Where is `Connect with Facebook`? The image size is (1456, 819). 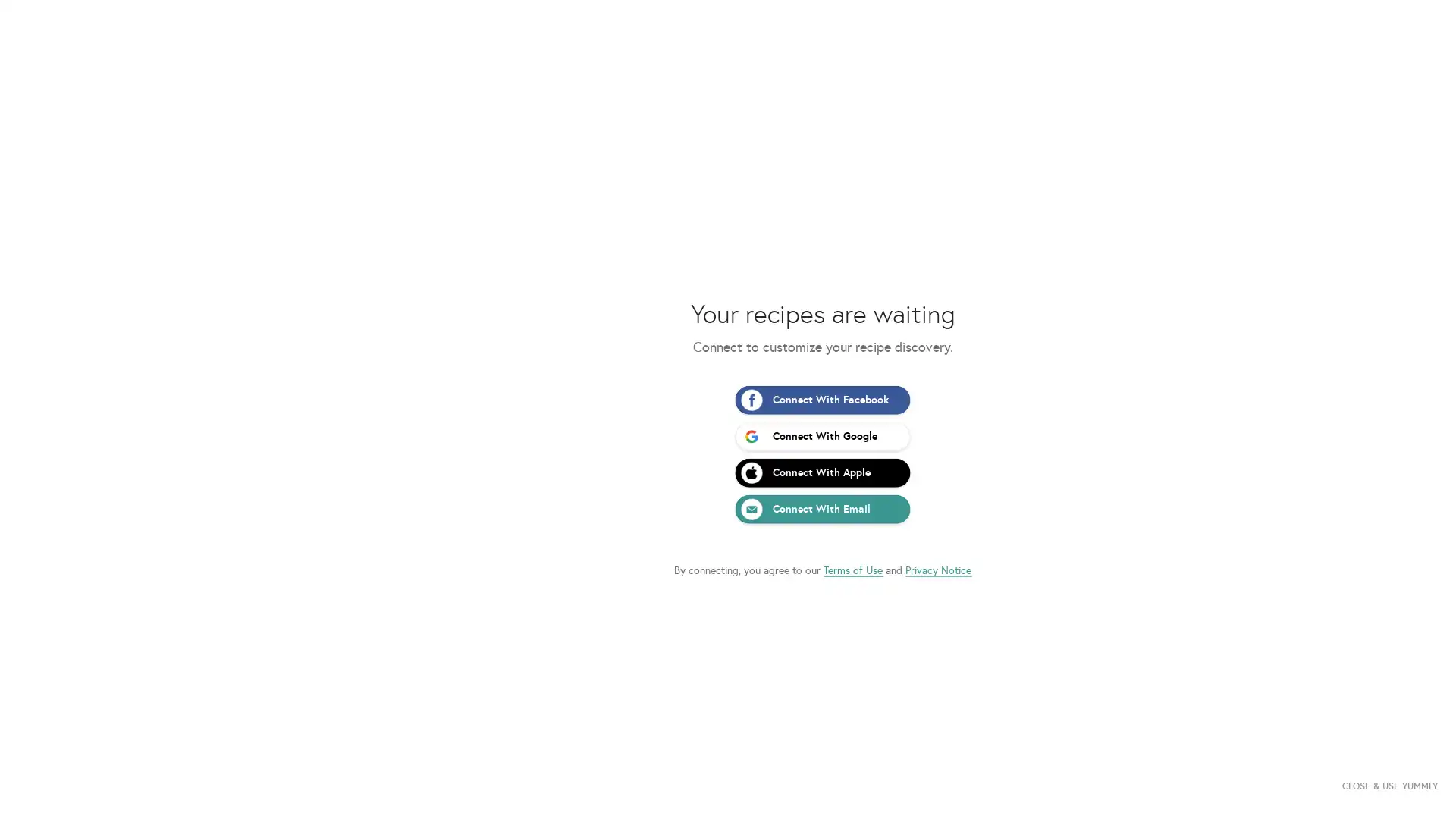 Connect with Facebook is located at coordinates (726, 399).